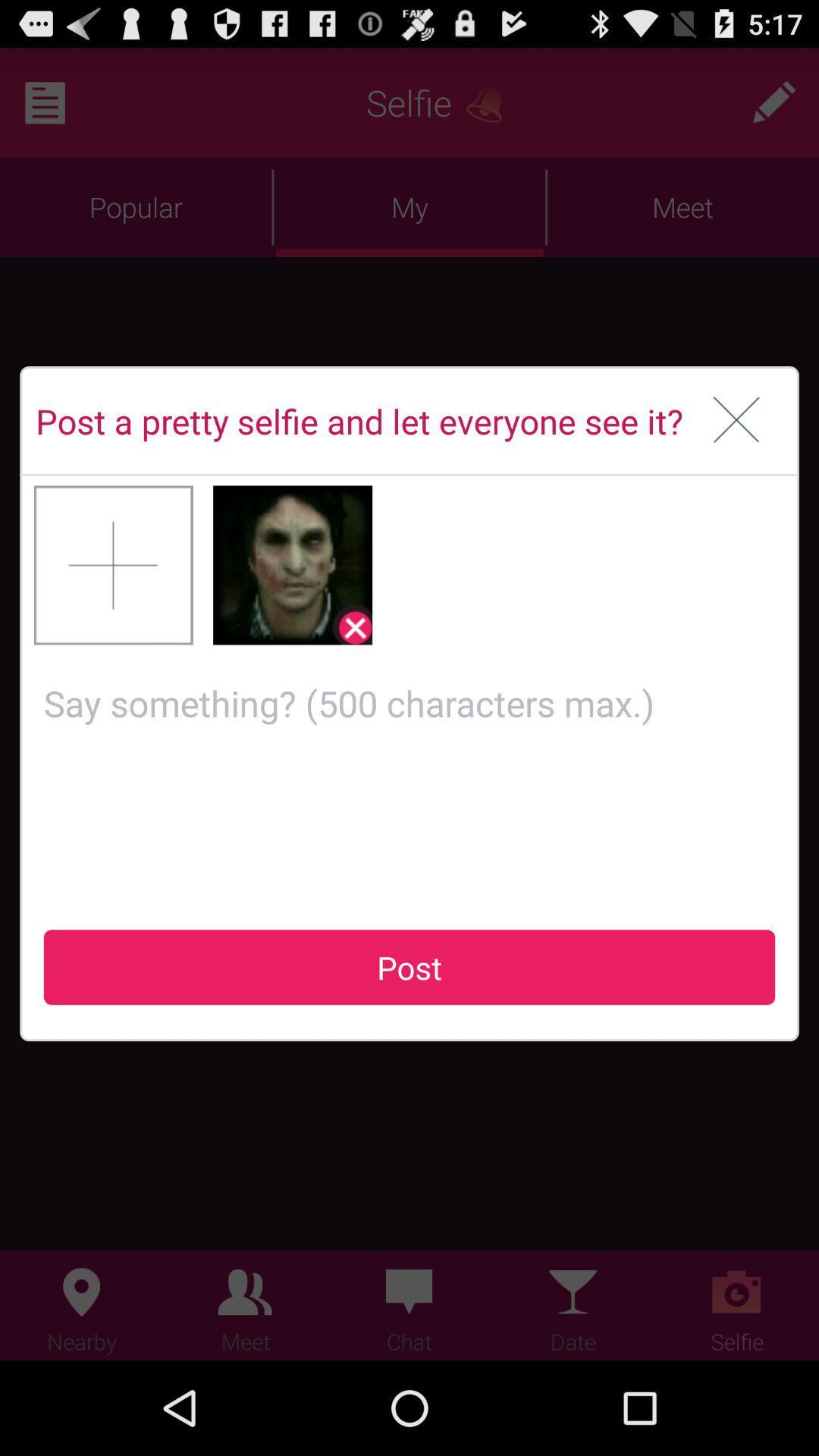 This screenshot has width=819, height=1456. I want to click on photo, so click(113, 564).